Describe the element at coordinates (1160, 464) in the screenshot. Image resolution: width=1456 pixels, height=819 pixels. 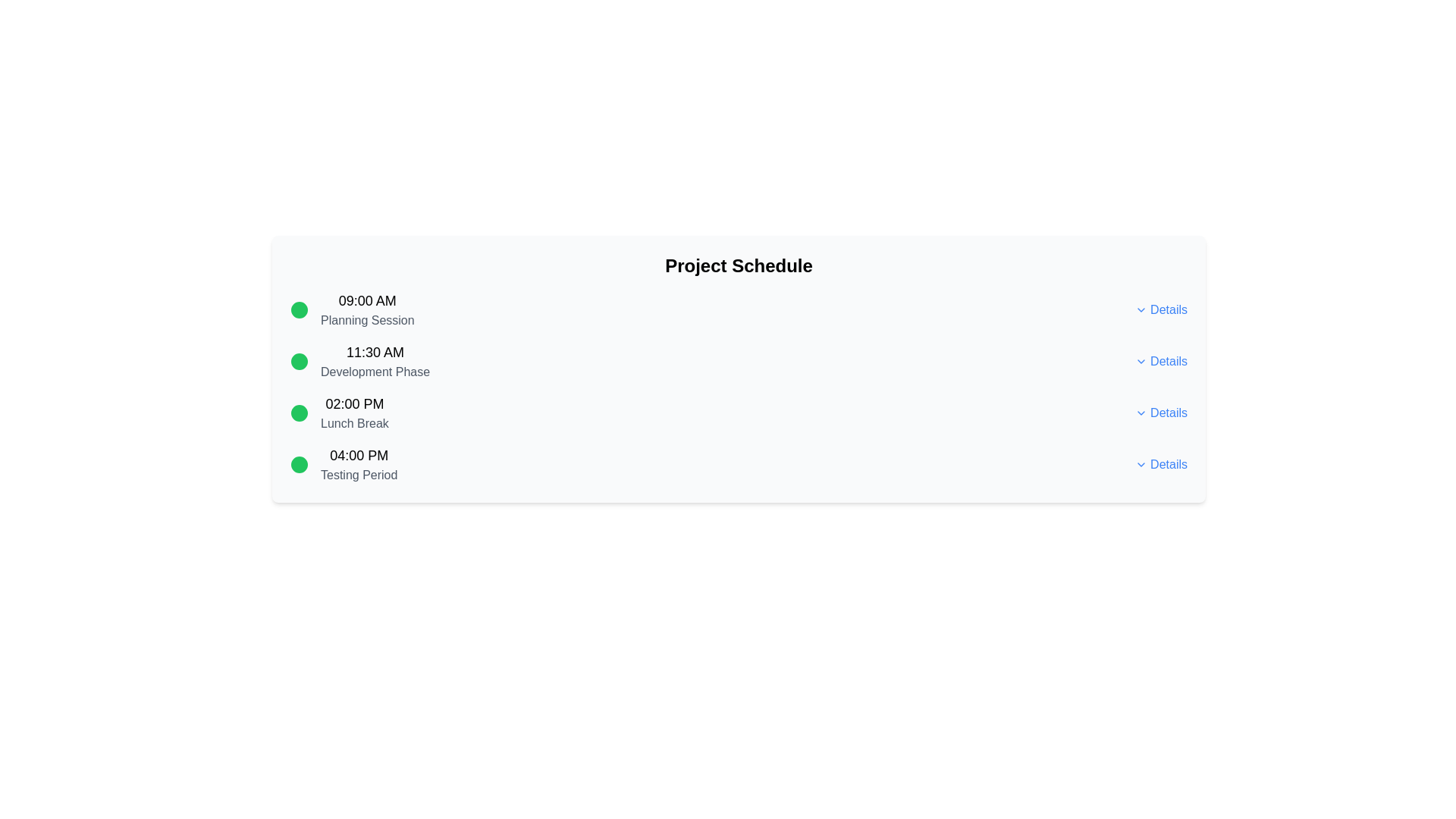
I see `the button on the far right of the '04:00 PM' event labeled 'Testing Period'` at that location.